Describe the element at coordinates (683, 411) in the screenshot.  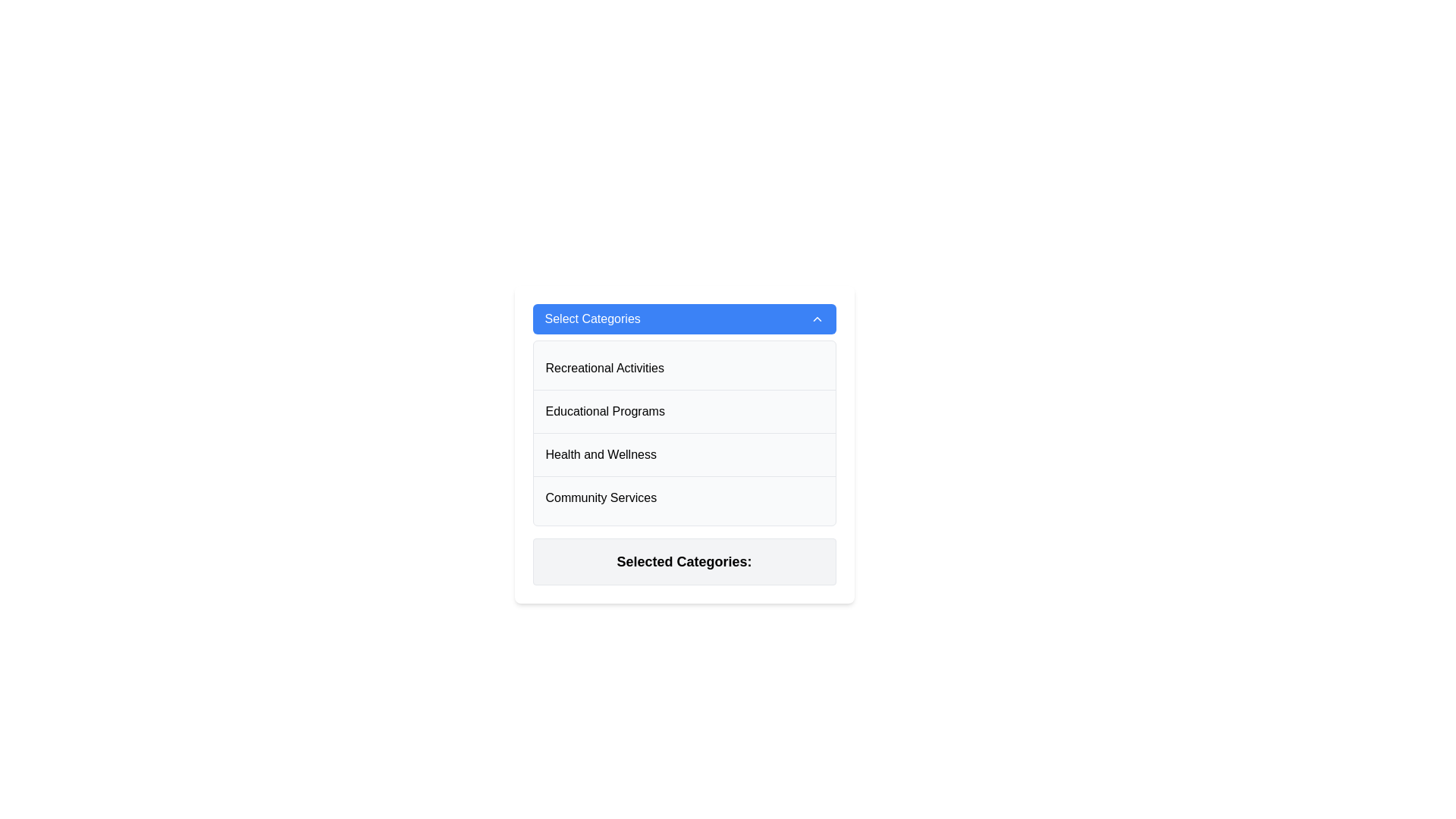
I see `the List item that reads 'Educational Programs' to change its background color to light blue` at that location.